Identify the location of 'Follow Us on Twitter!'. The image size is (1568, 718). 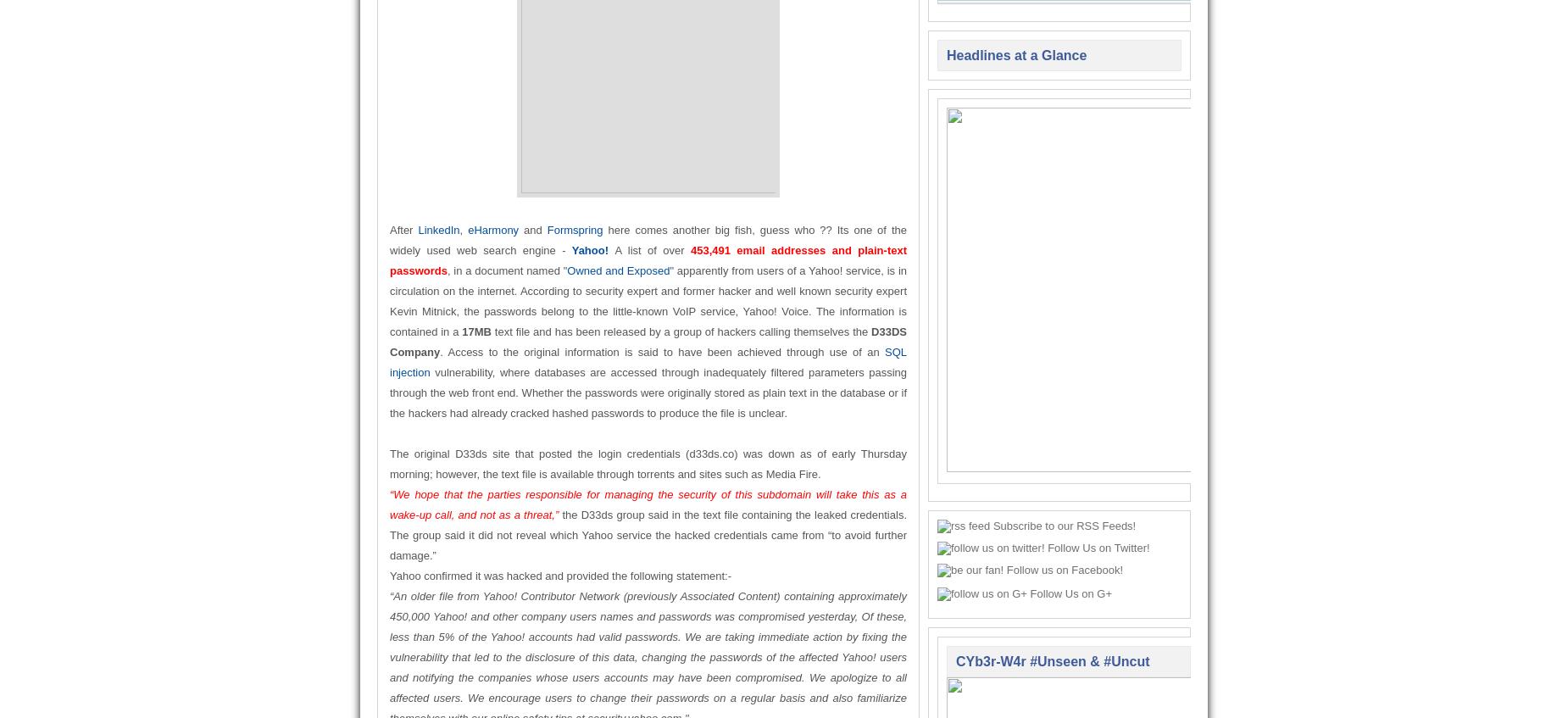
(1097, 547).